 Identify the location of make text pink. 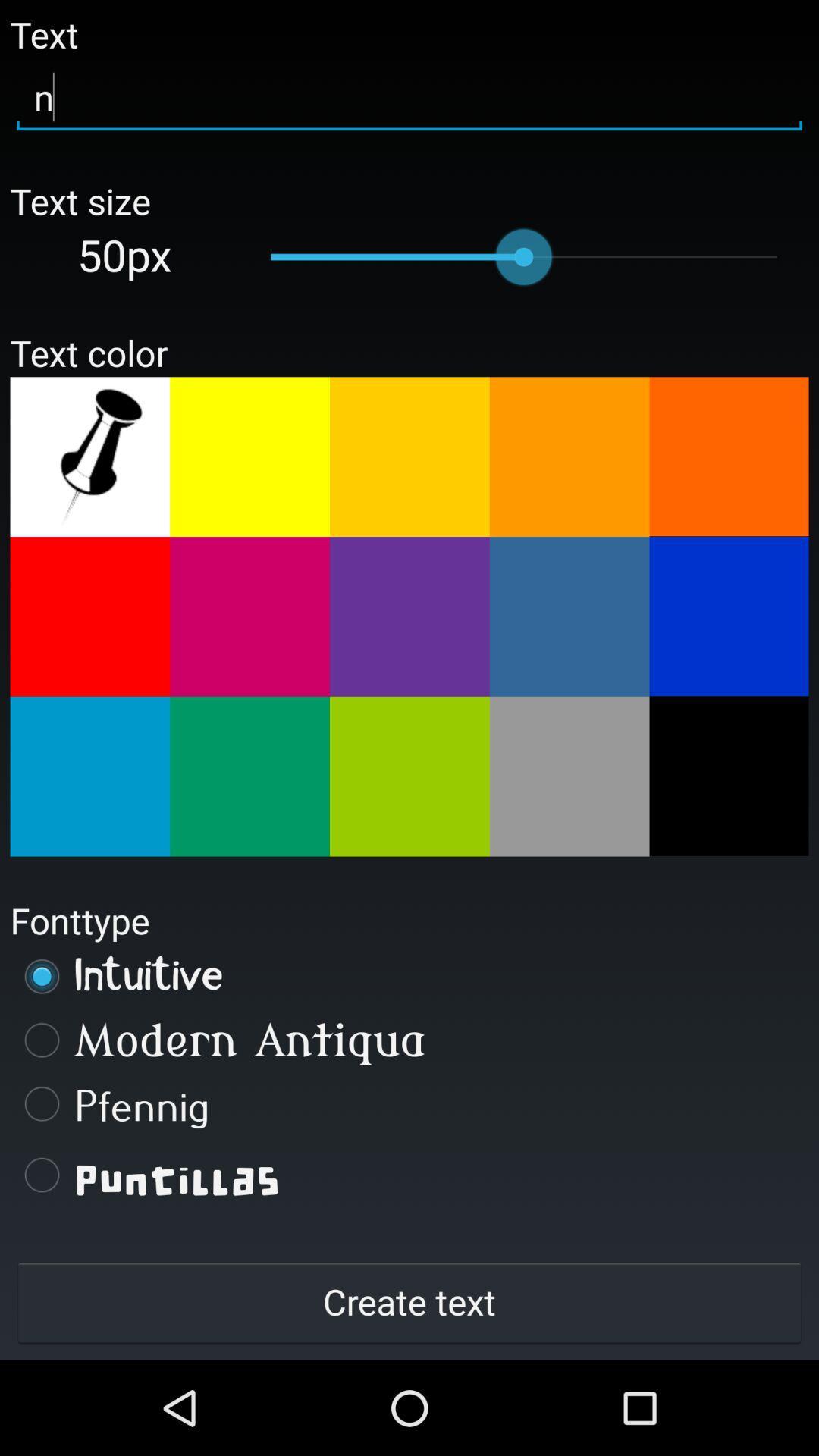
(249, 617).